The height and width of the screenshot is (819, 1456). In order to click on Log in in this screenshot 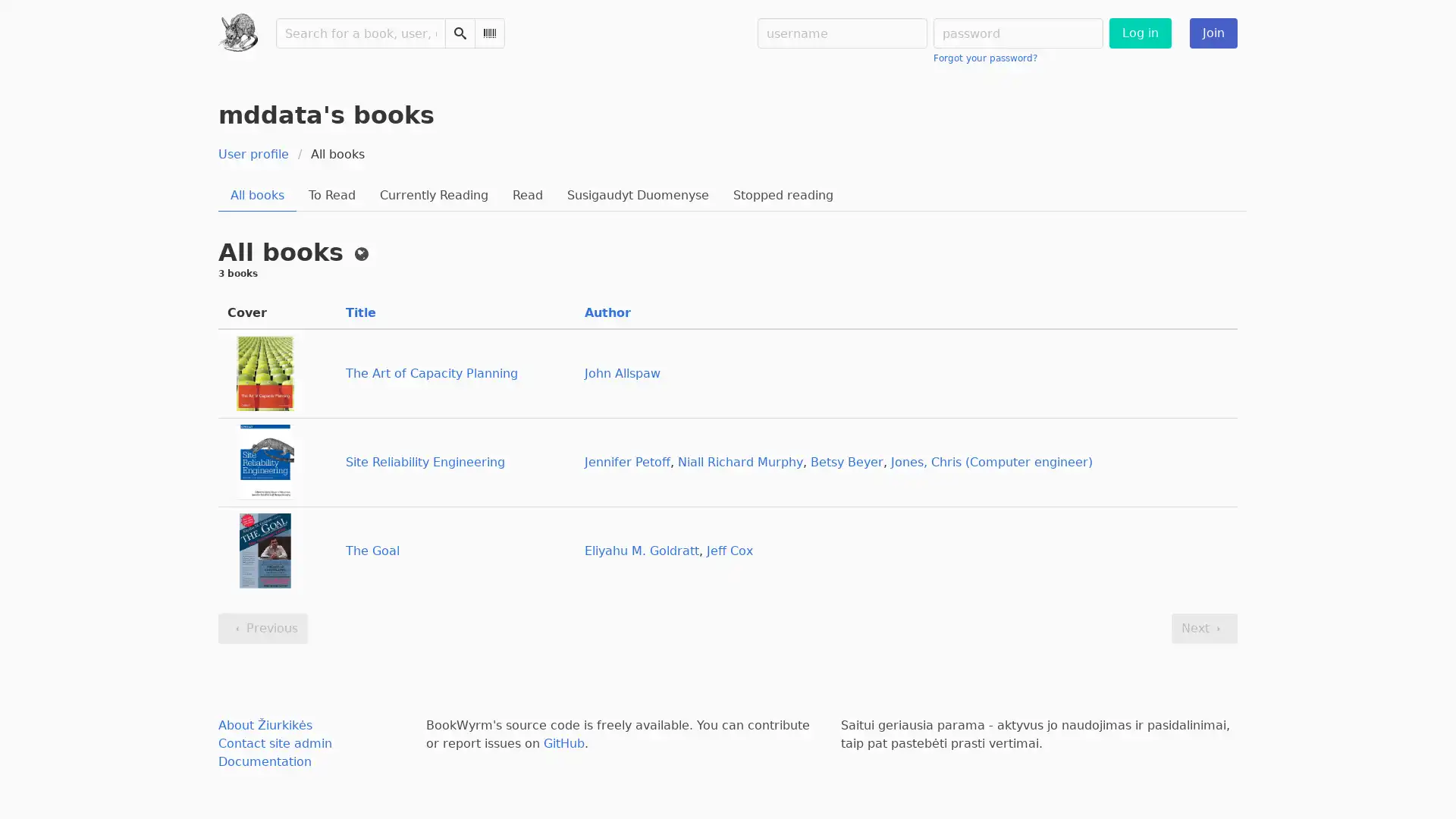, I will do `click(1139, 33)`.